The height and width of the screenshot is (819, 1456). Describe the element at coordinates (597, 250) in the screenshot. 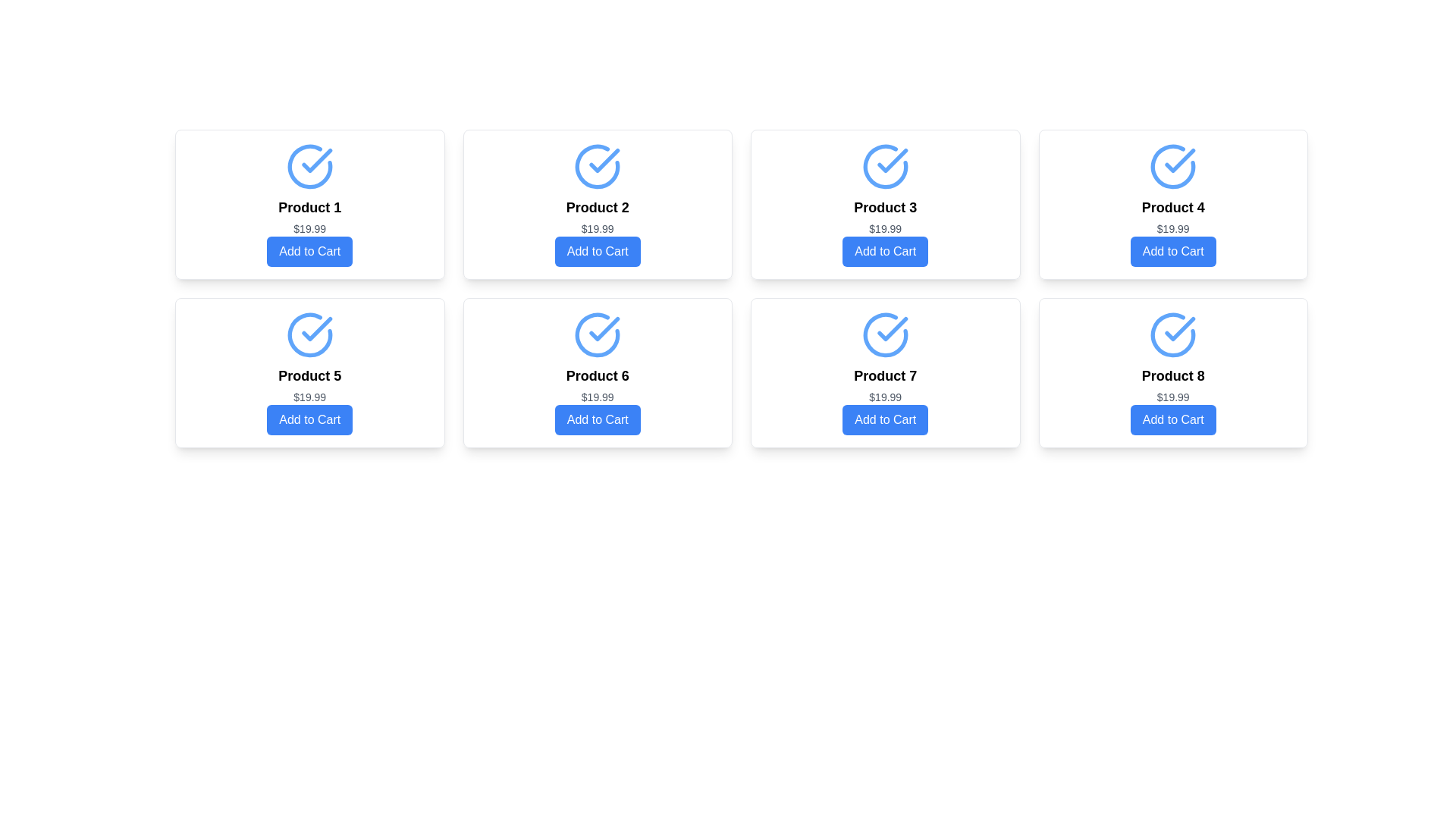

I see `the button located at the bottom-center of the product card for 'Product 2'` at that location.